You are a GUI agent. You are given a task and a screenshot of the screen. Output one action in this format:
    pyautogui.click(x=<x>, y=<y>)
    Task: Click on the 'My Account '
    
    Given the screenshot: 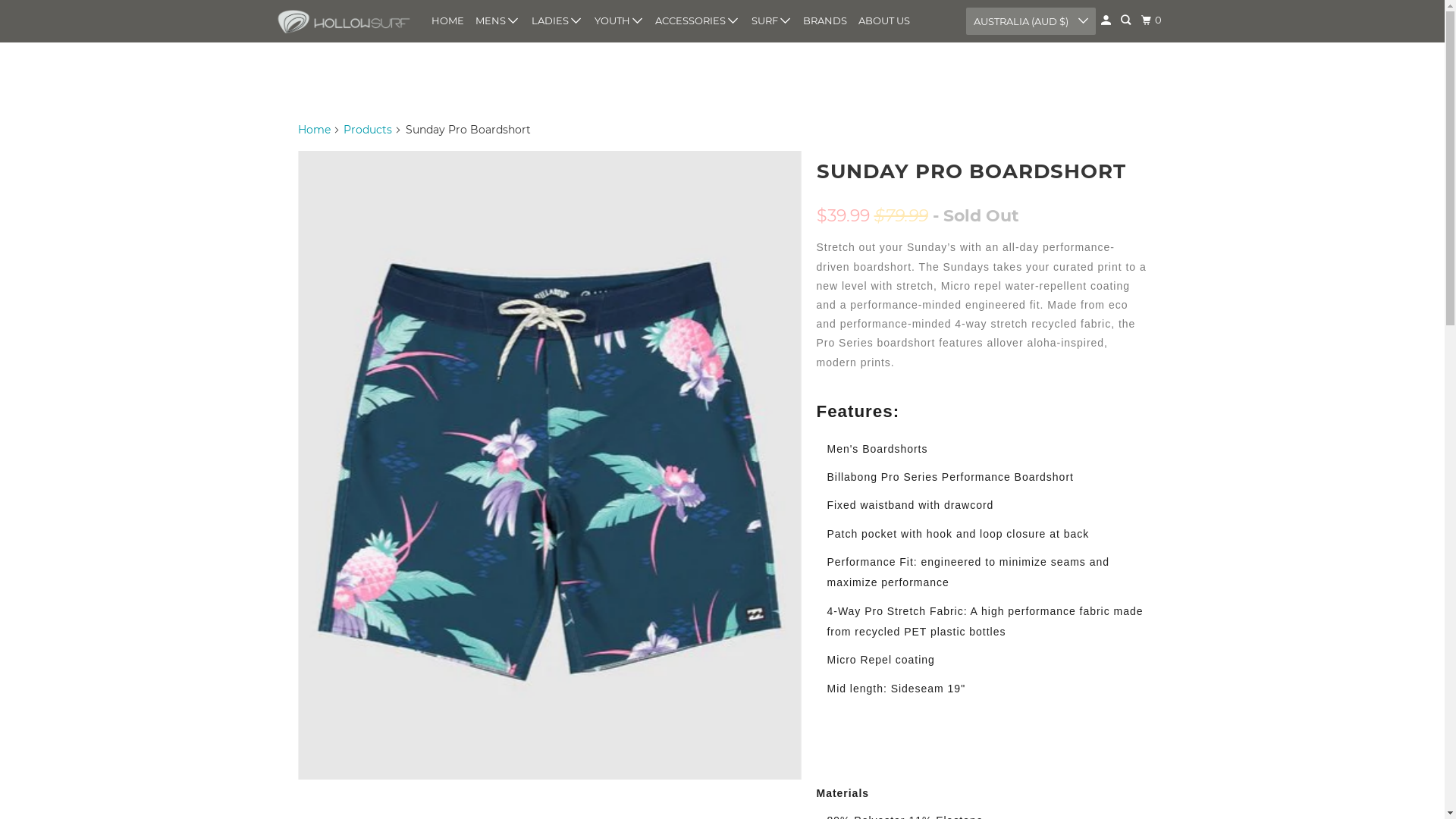 What is the action you would take?
    pyautogui.click(x=1106, y=20)
    